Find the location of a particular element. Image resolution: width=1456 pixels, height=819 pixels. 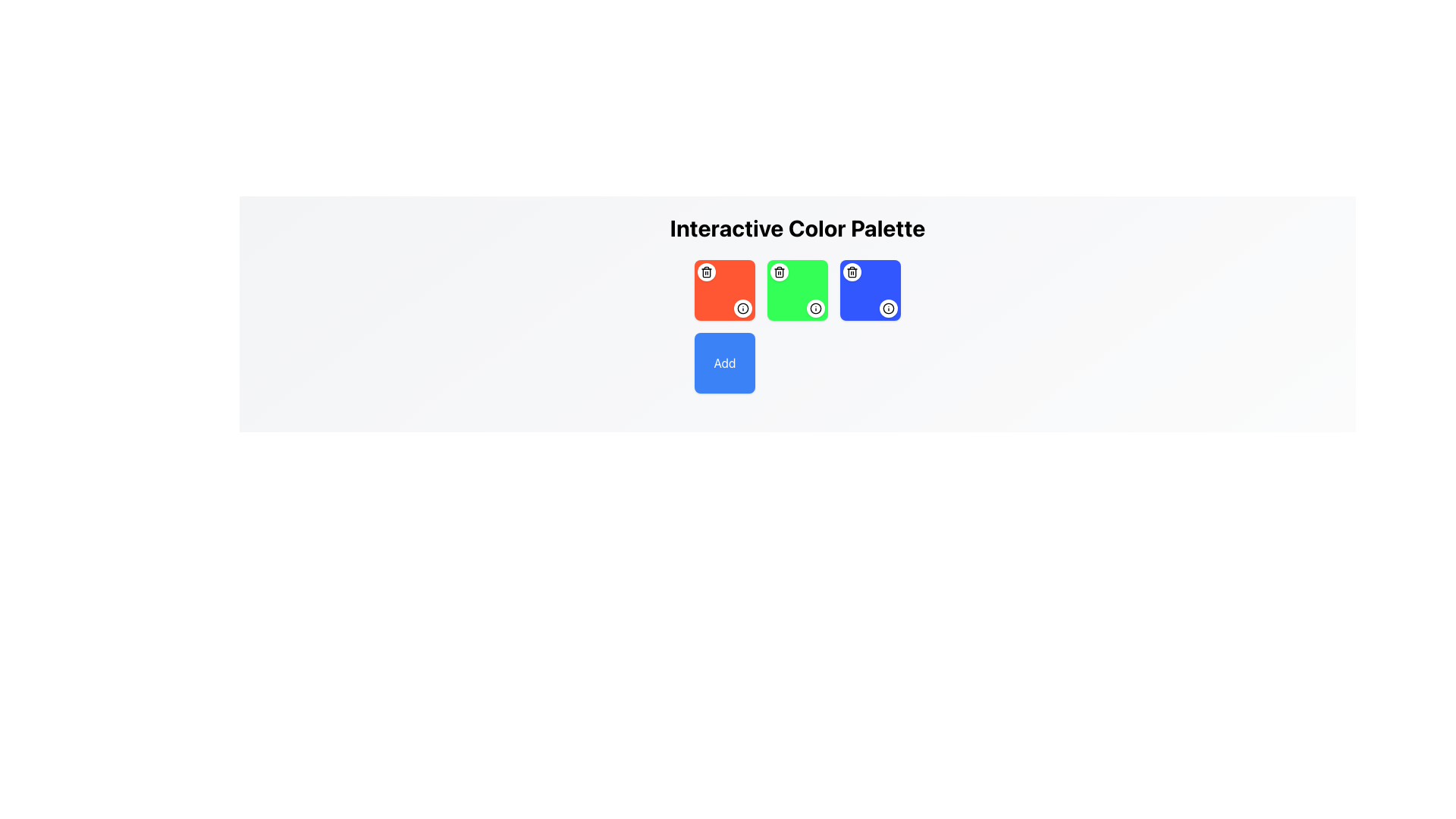

the trash can icon within the circular button located in the blue-colored square, positioned at the top-left corner is located at coordinates (852, 271).